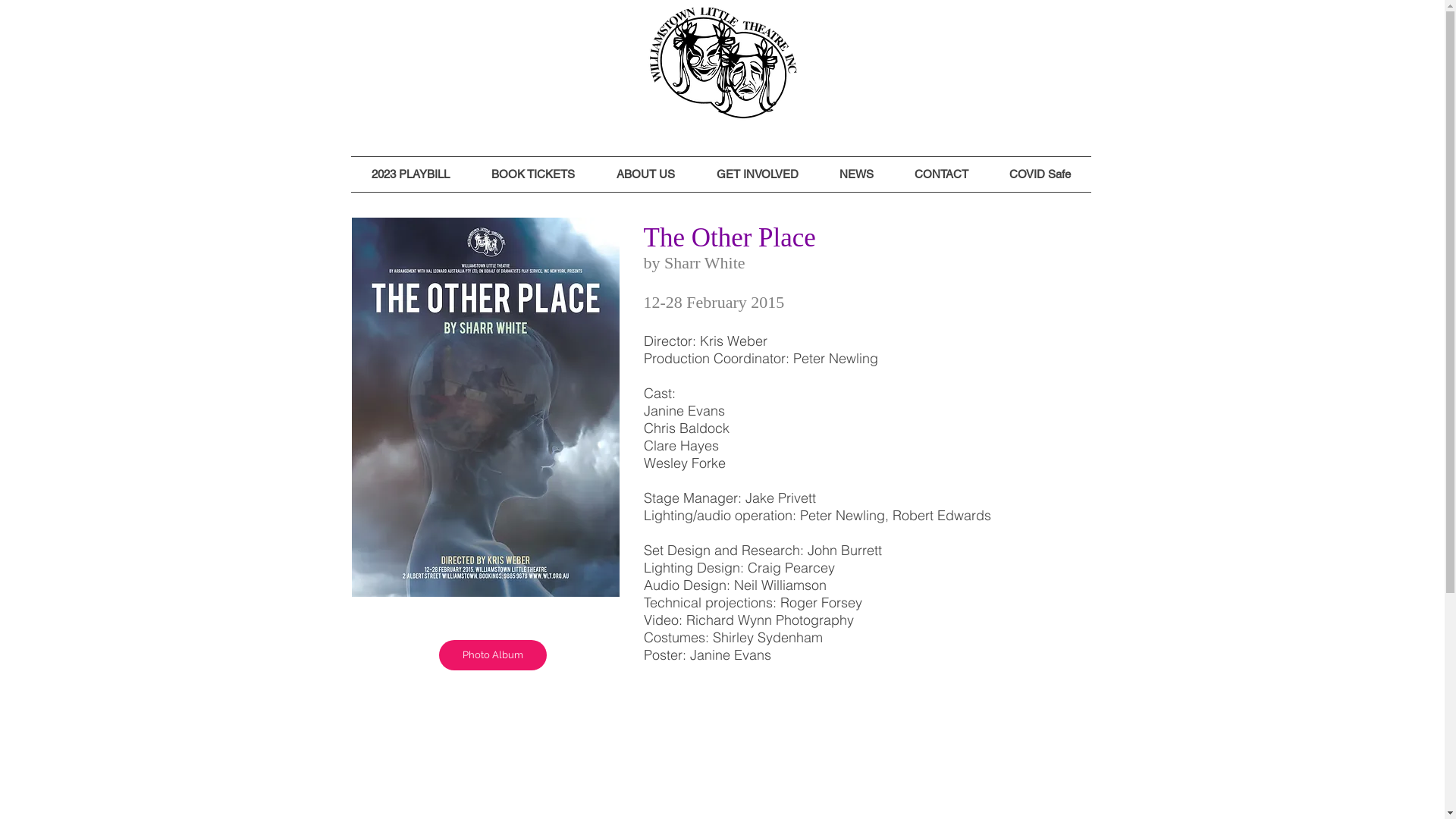 This screenshot has height=819, width=1456. What do you see at coordinates (940, 174) in the screenshot?
I see `'CONTACT'` at bounding box center [940, 174].